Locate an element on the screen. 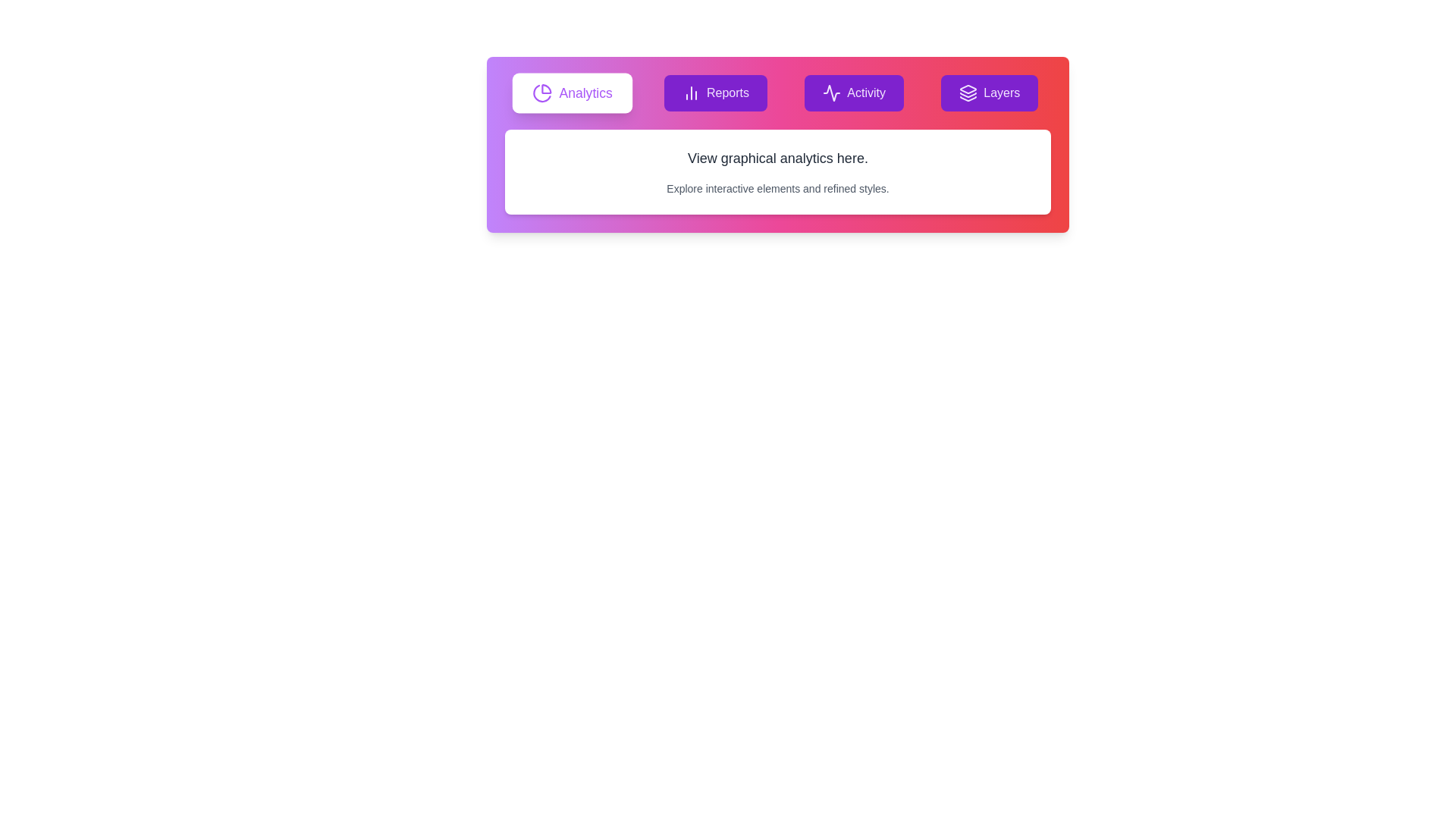  the tab labeled Activity is located at coordinates (854, 93).